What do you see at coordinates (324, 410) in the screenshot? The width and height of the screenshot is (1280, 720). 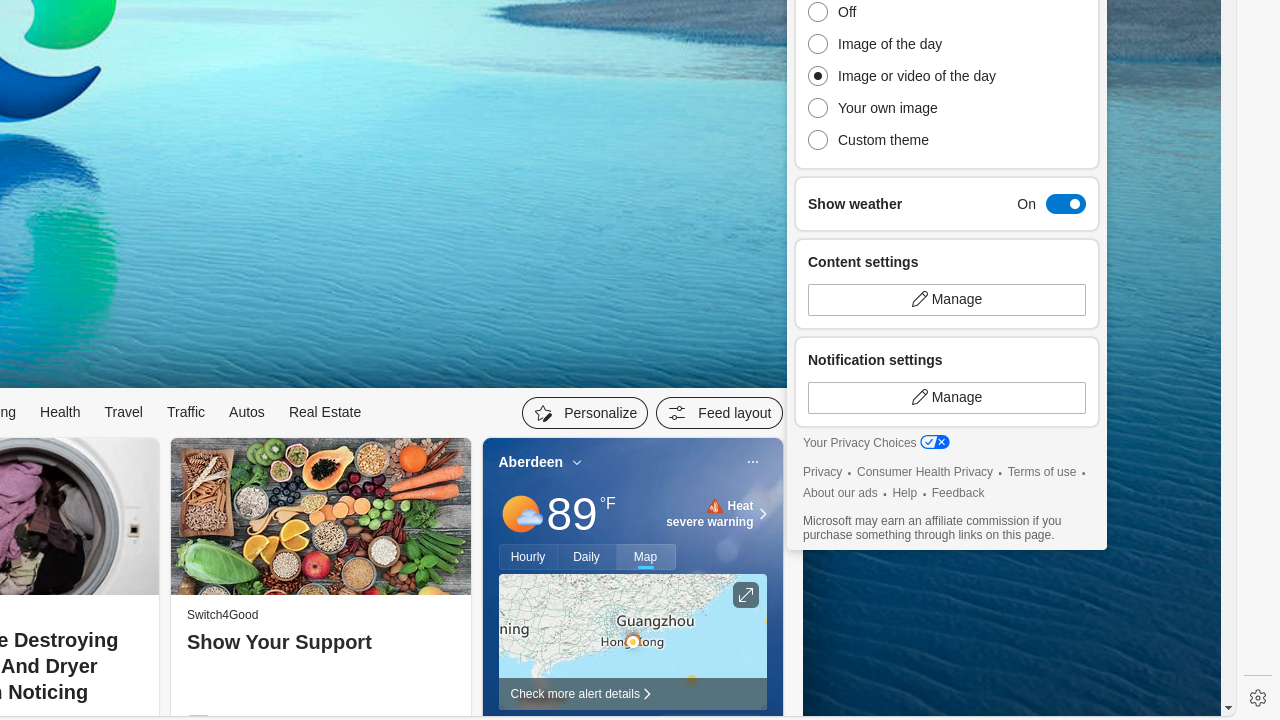 I see `'Real Estate'` at bounding box center [324, 410].